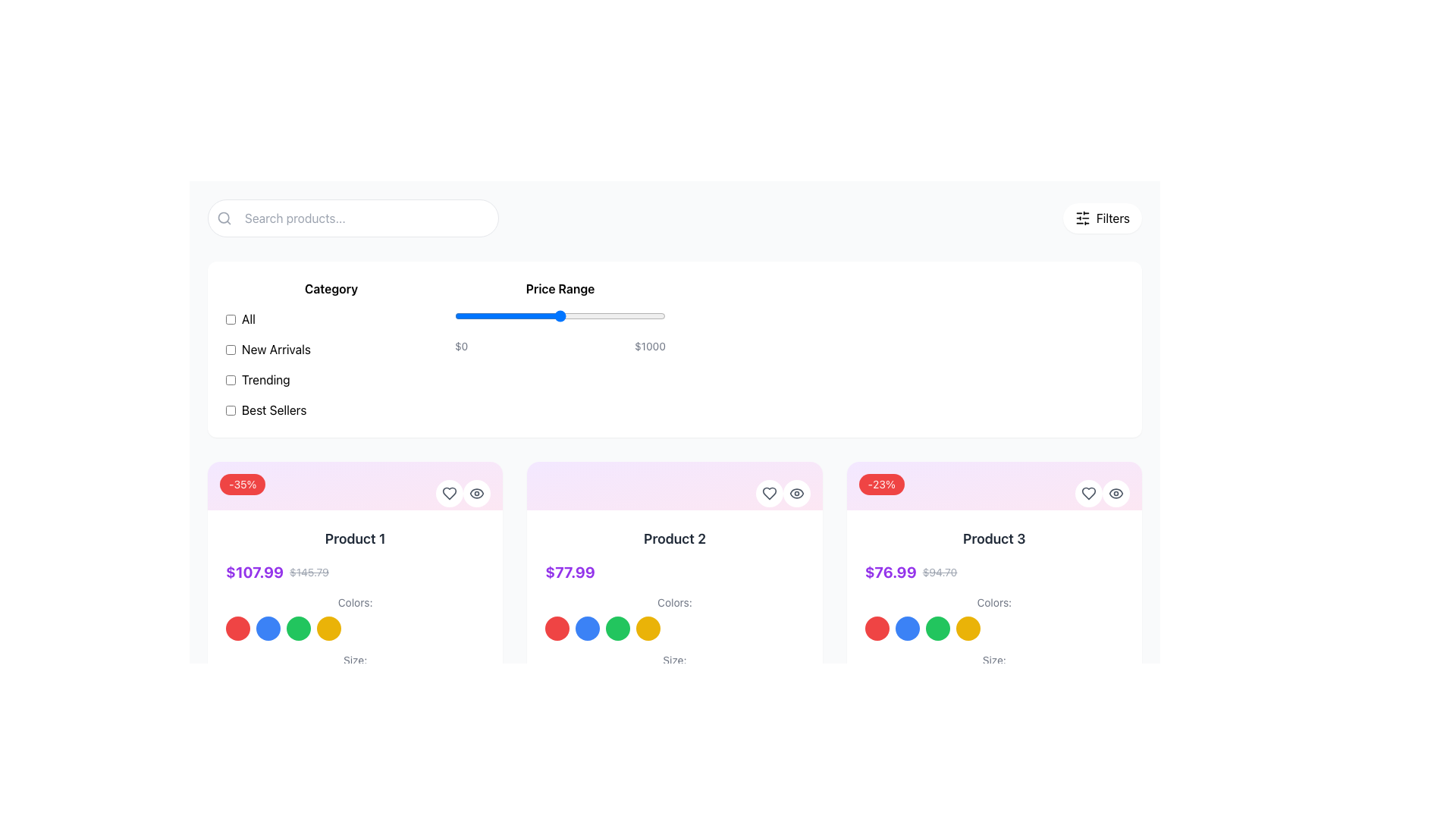 The image size is (1456, 819). I want to click on the price range, so click(520, 315).